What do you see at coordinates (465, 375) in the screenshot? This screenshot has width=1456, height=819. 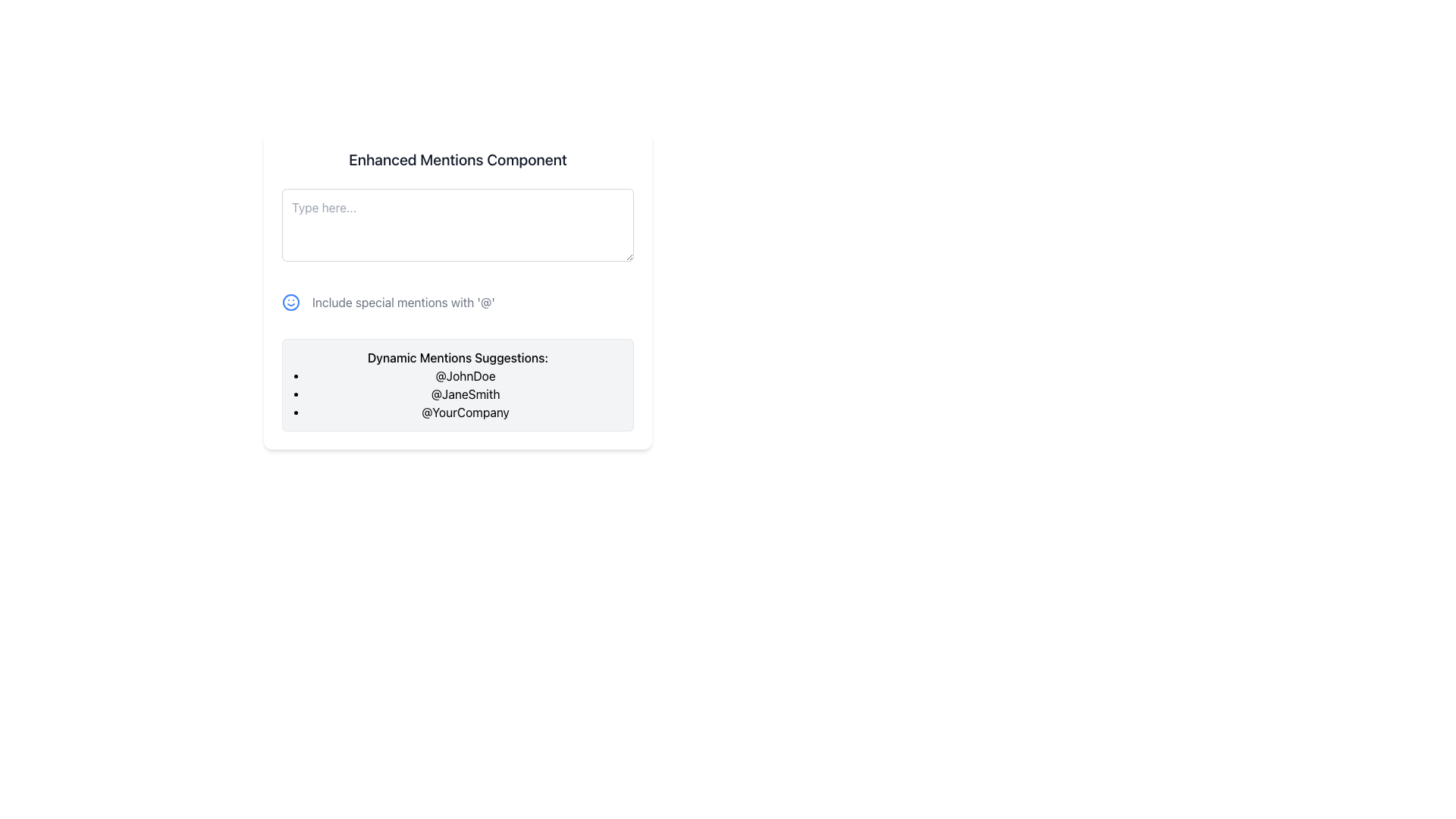 I see `the first mention suggestion '@JohnDoe' in the suggestion box under the text input field labeled 'Enhanced Mentions Component'` at bounding box center [465, 375].